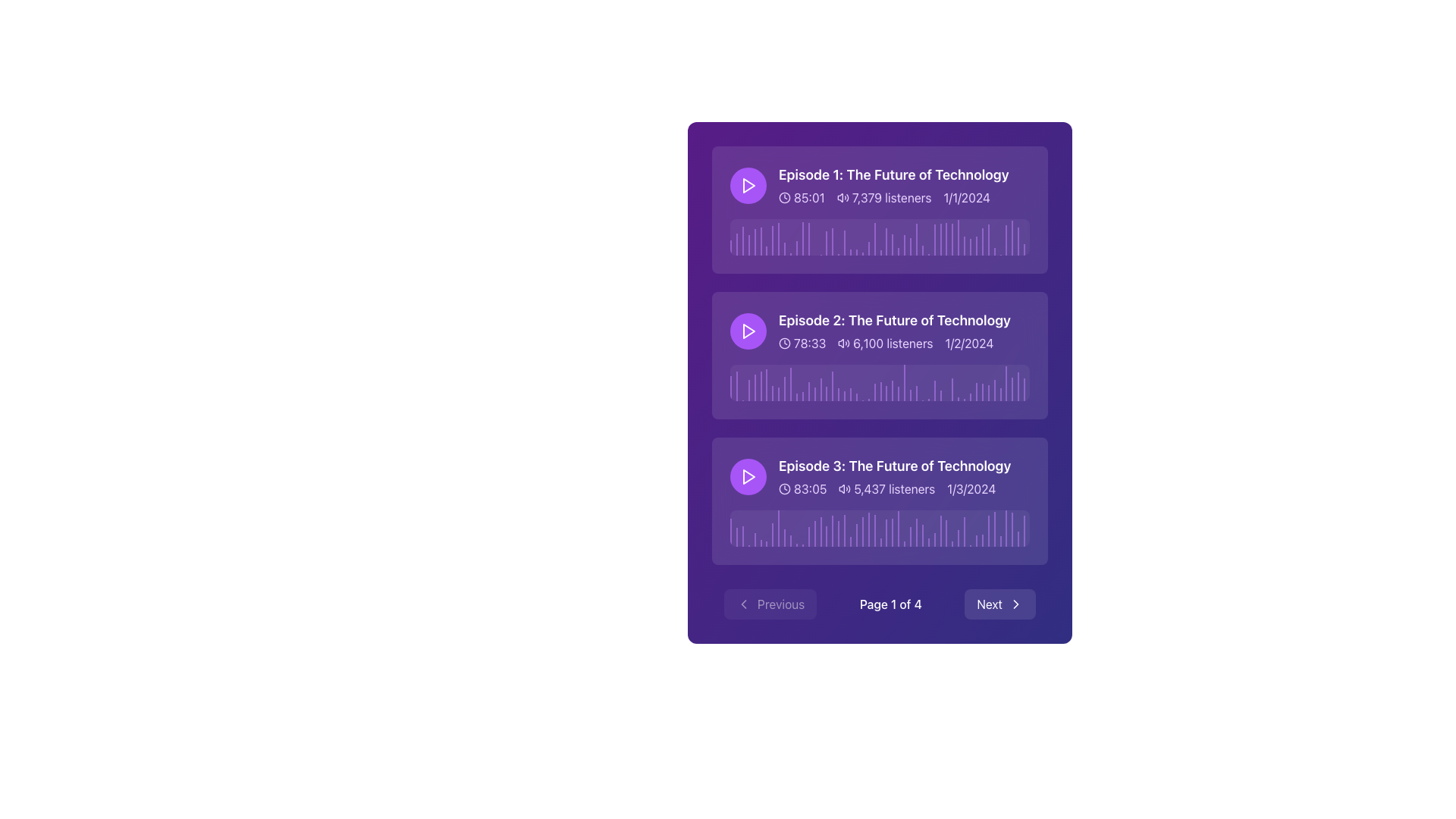 This screenshot has width=1456, height=819. I want to click on the non-interactive Text label that indicates the current page within a sequence, located at the bottom section of the interface, centrally aligned between the 'Previous' and 'Next' buttons, so click(890, 604).